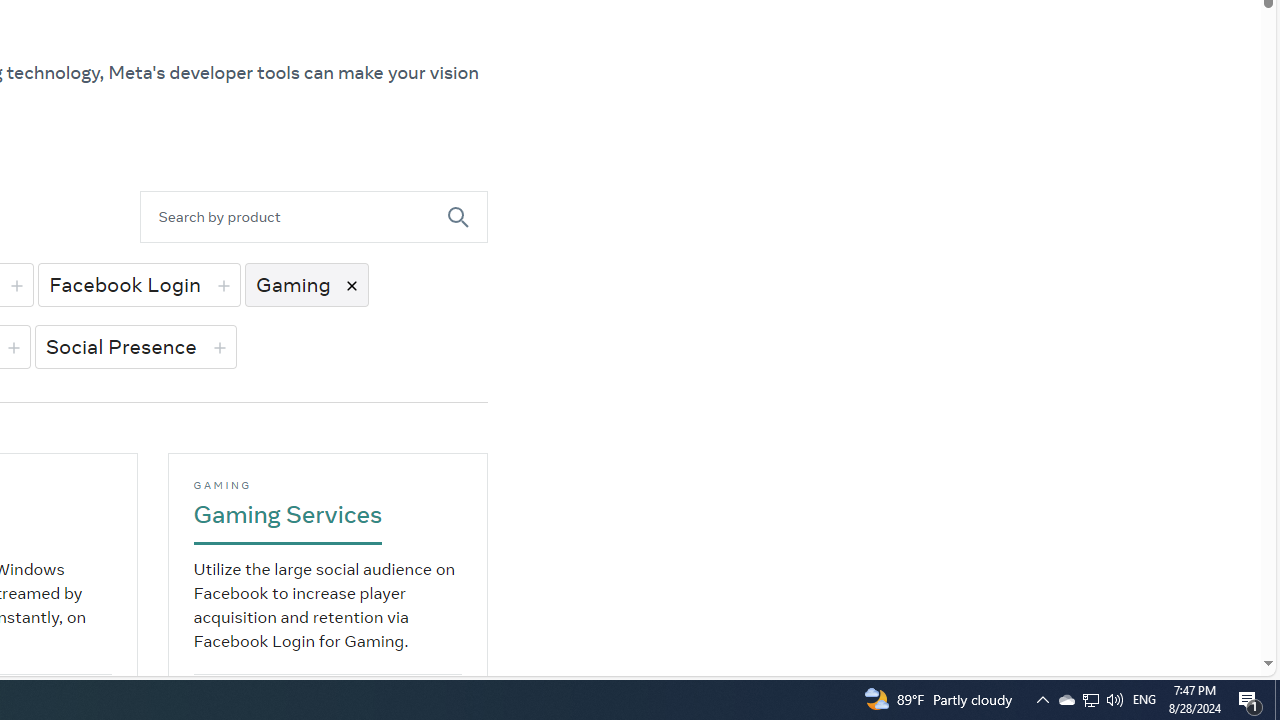  What do you see at coordinates (305, 284) in the screenshot?
I see `'Gaming'` at bounding box center [305, 284].